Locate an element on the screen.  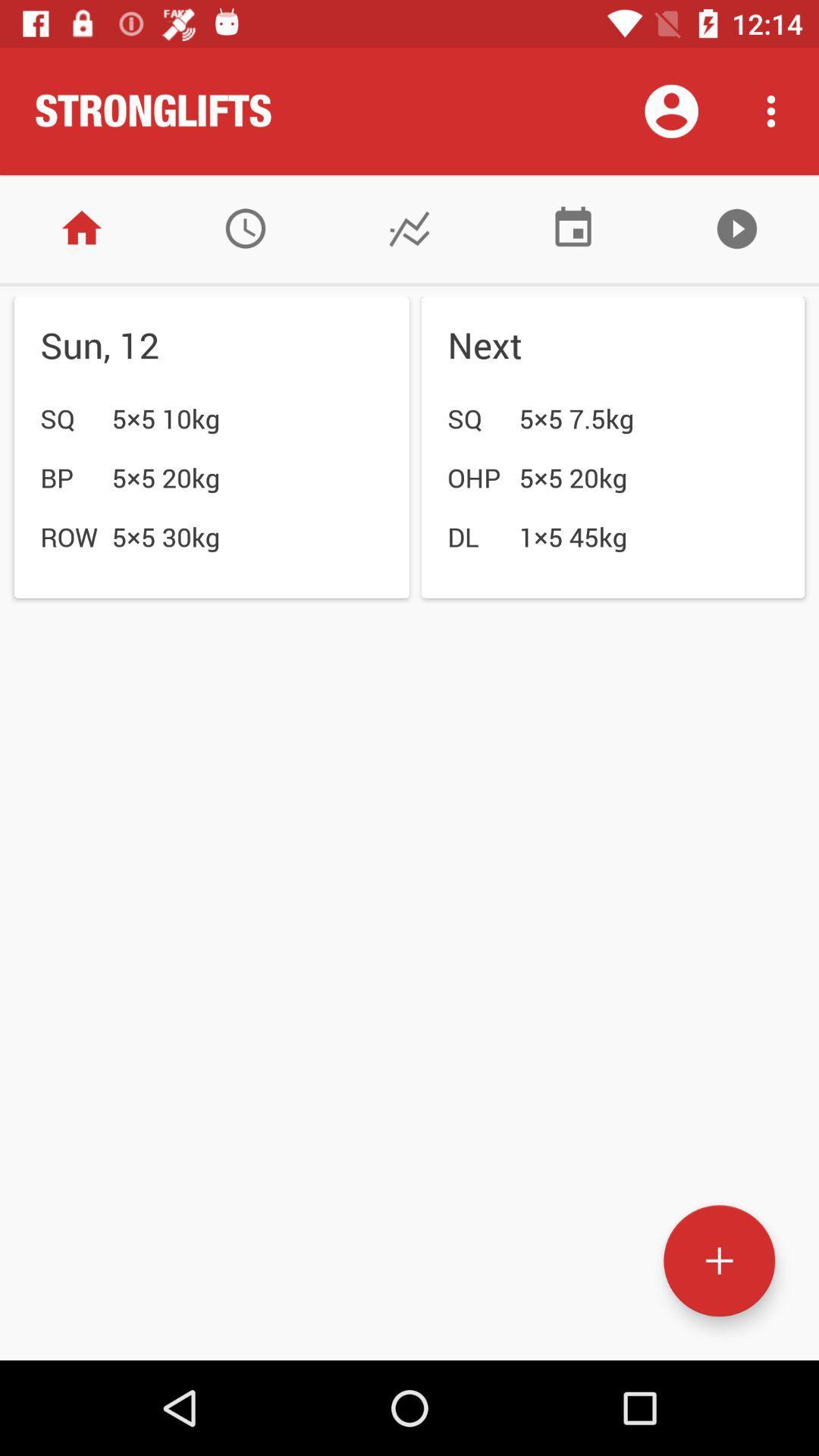
new is located at coordinates (718, 1260).